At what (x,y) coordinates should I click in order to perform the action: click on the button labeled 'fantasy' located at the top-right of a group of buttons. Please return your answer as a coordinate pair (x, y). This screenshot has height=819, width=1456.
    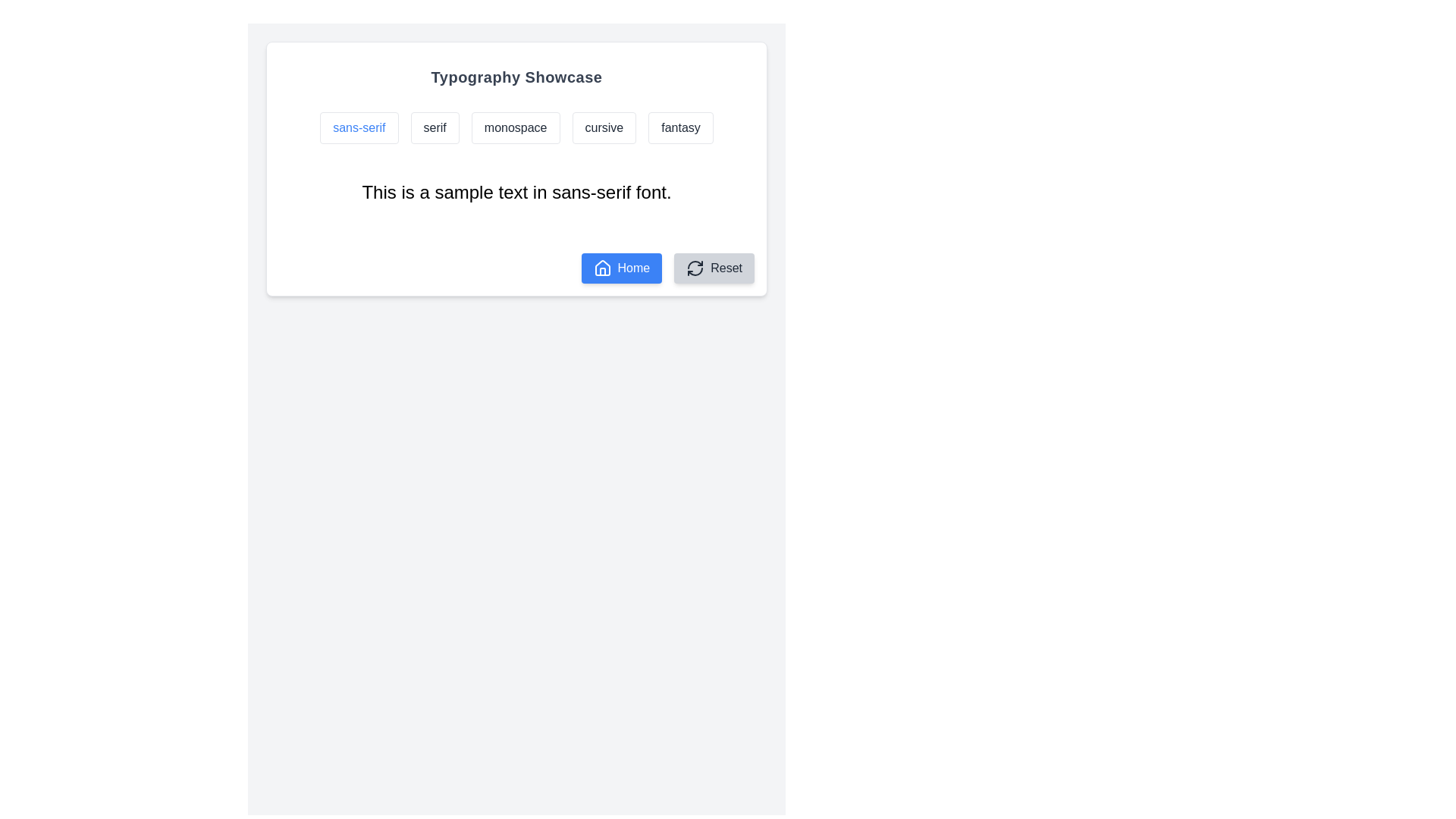
    Looking at the image, I should click on (679, 127).